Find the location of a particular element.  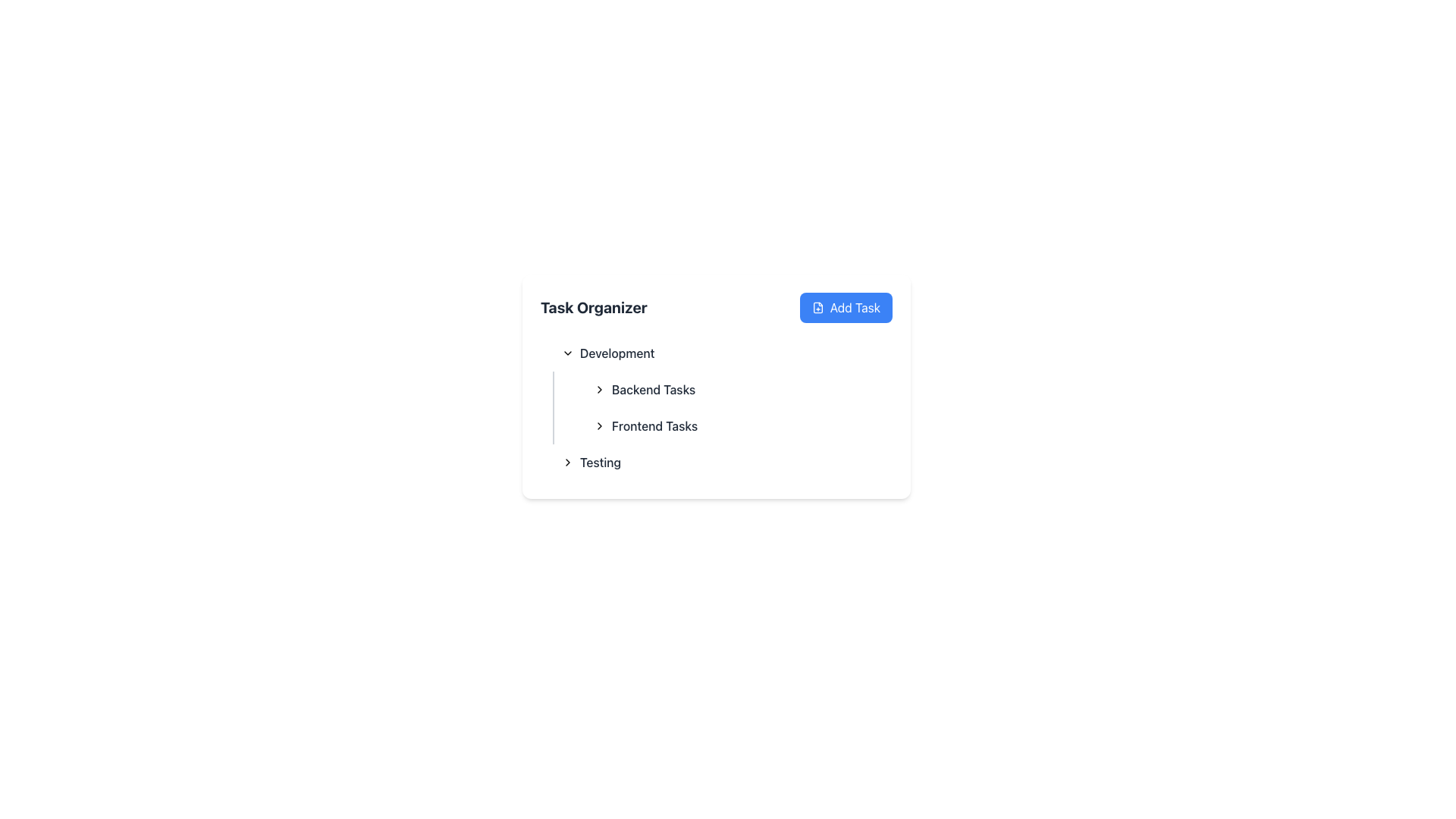

the chevron icon next to the 'Development' label is located at coordinates (566, 353).